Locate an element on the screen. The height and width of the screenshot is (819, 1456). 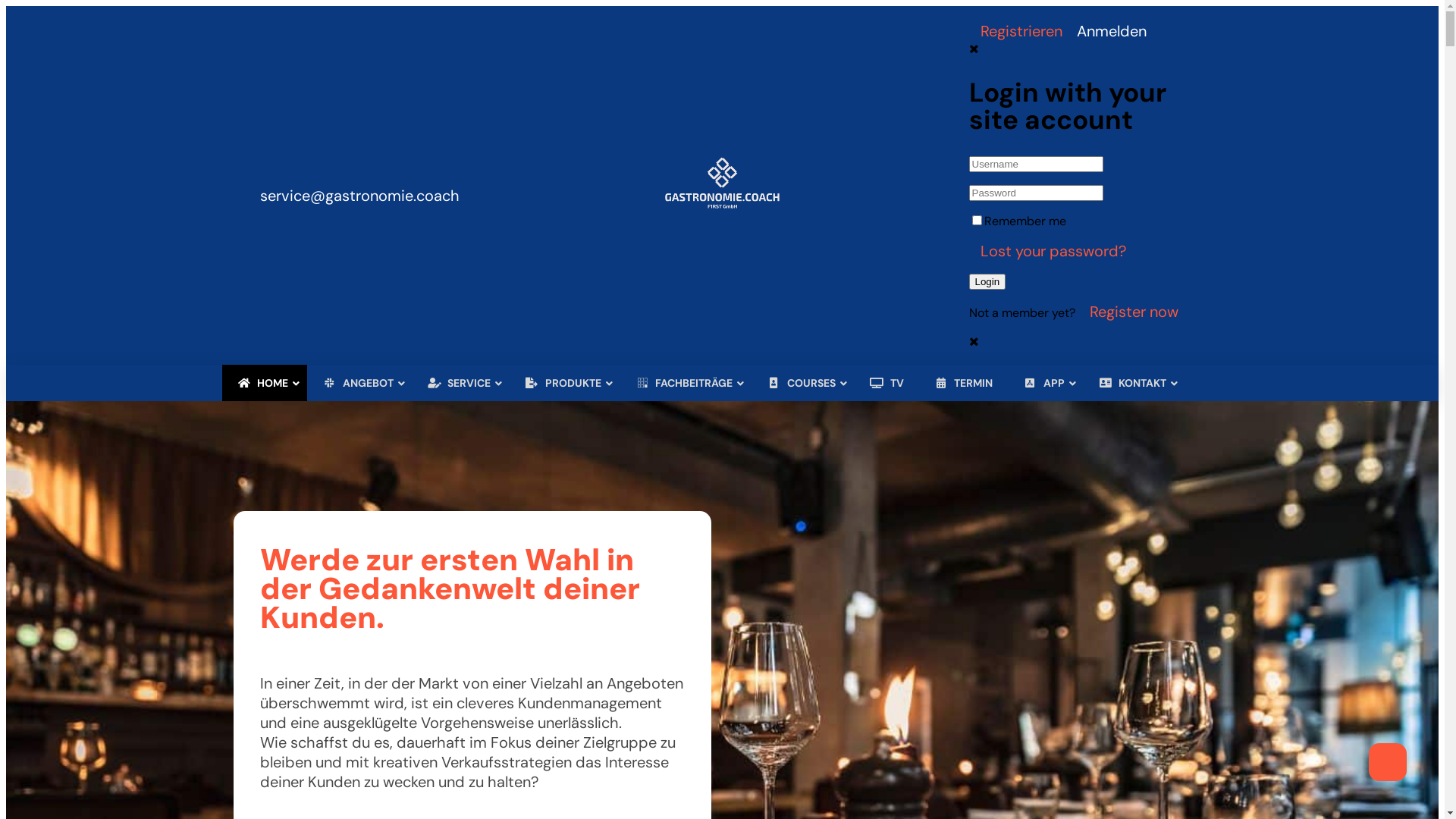
'TERMIN' is located at coordinates (963, 382).